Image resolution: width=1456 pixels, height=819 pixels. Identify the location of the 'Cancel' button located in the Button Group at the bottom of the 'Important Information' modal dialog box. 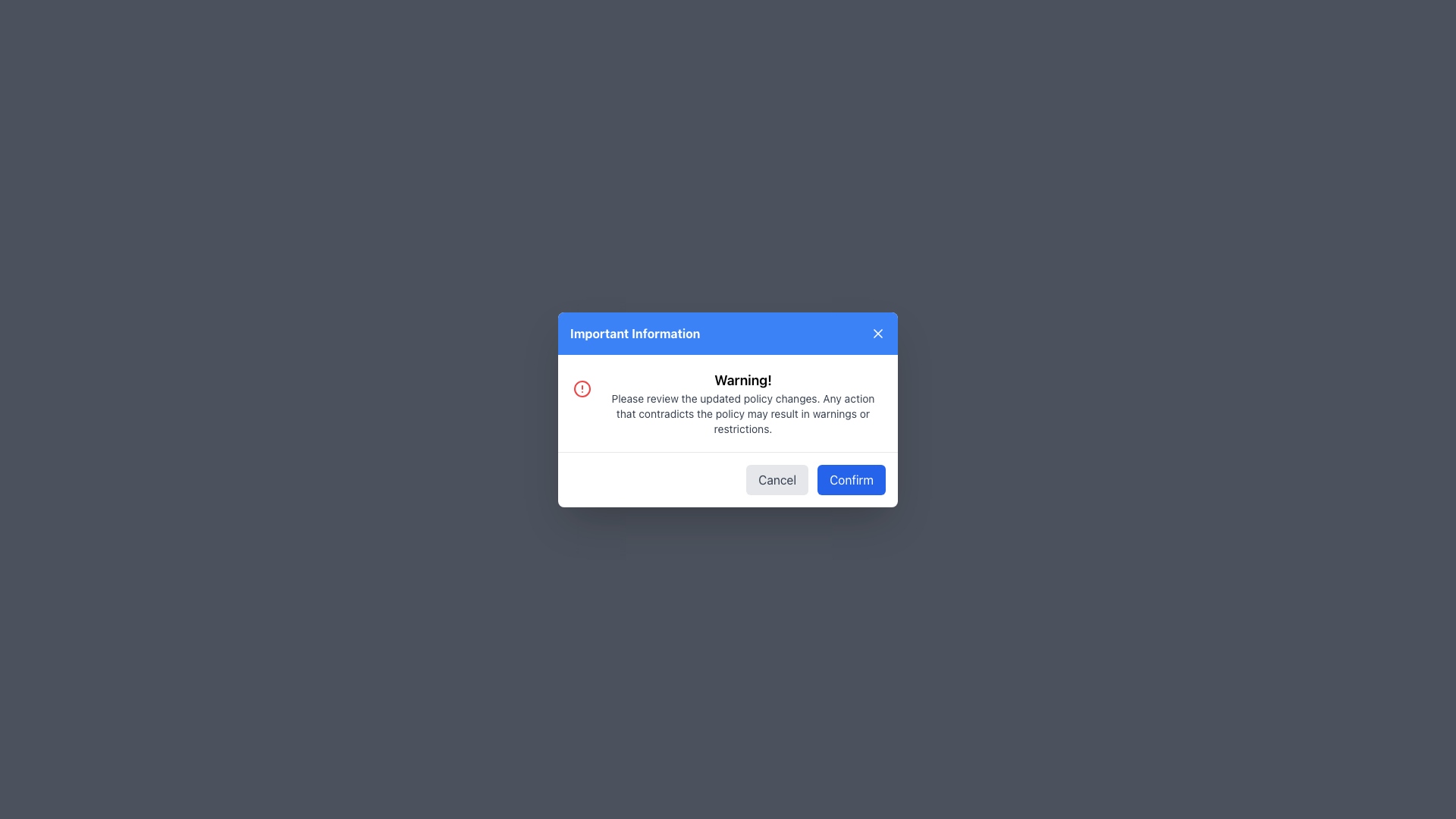
(728, 479).